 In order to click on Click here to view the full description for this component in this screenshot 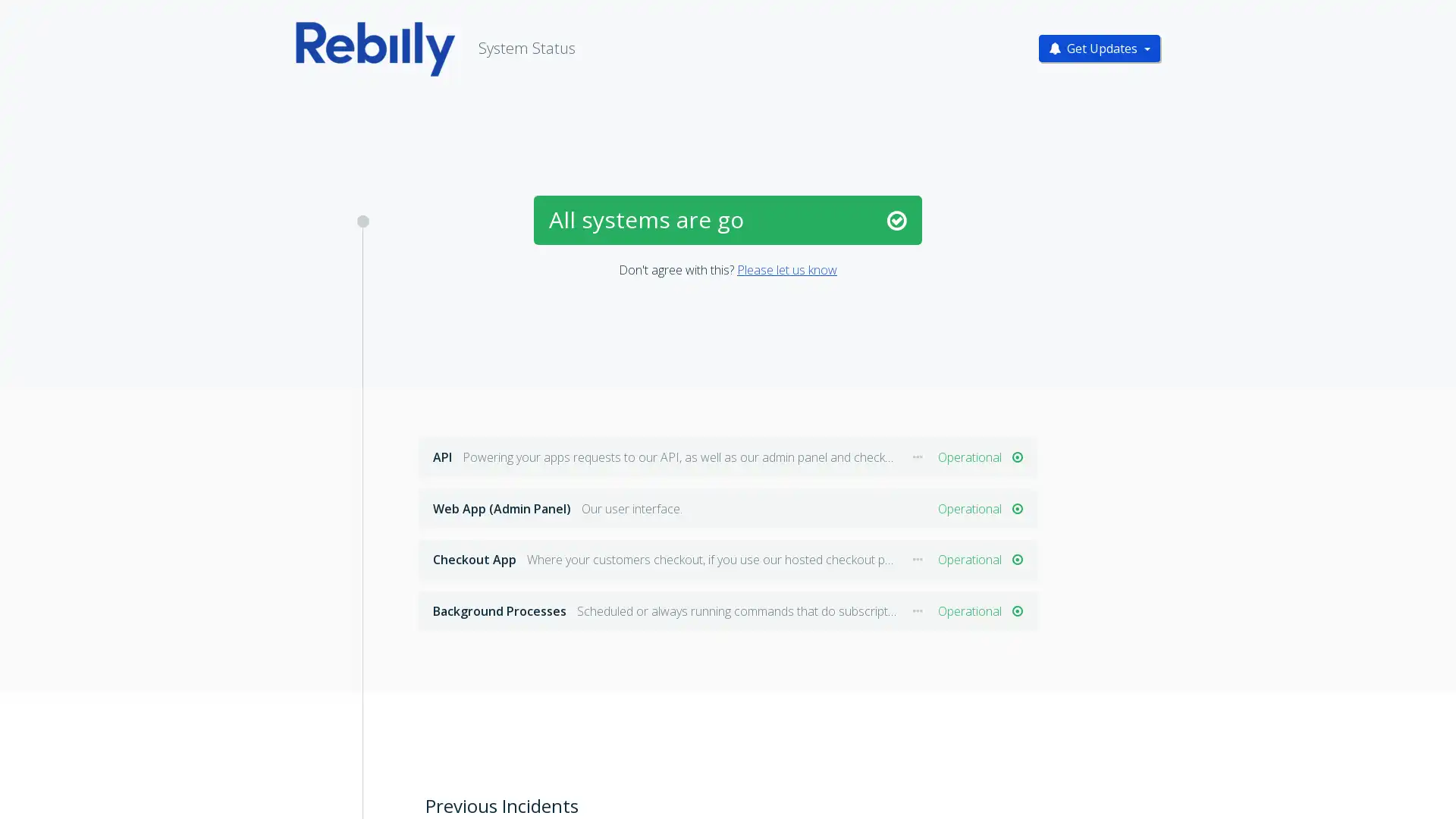, I will do `click(917, 610)`.